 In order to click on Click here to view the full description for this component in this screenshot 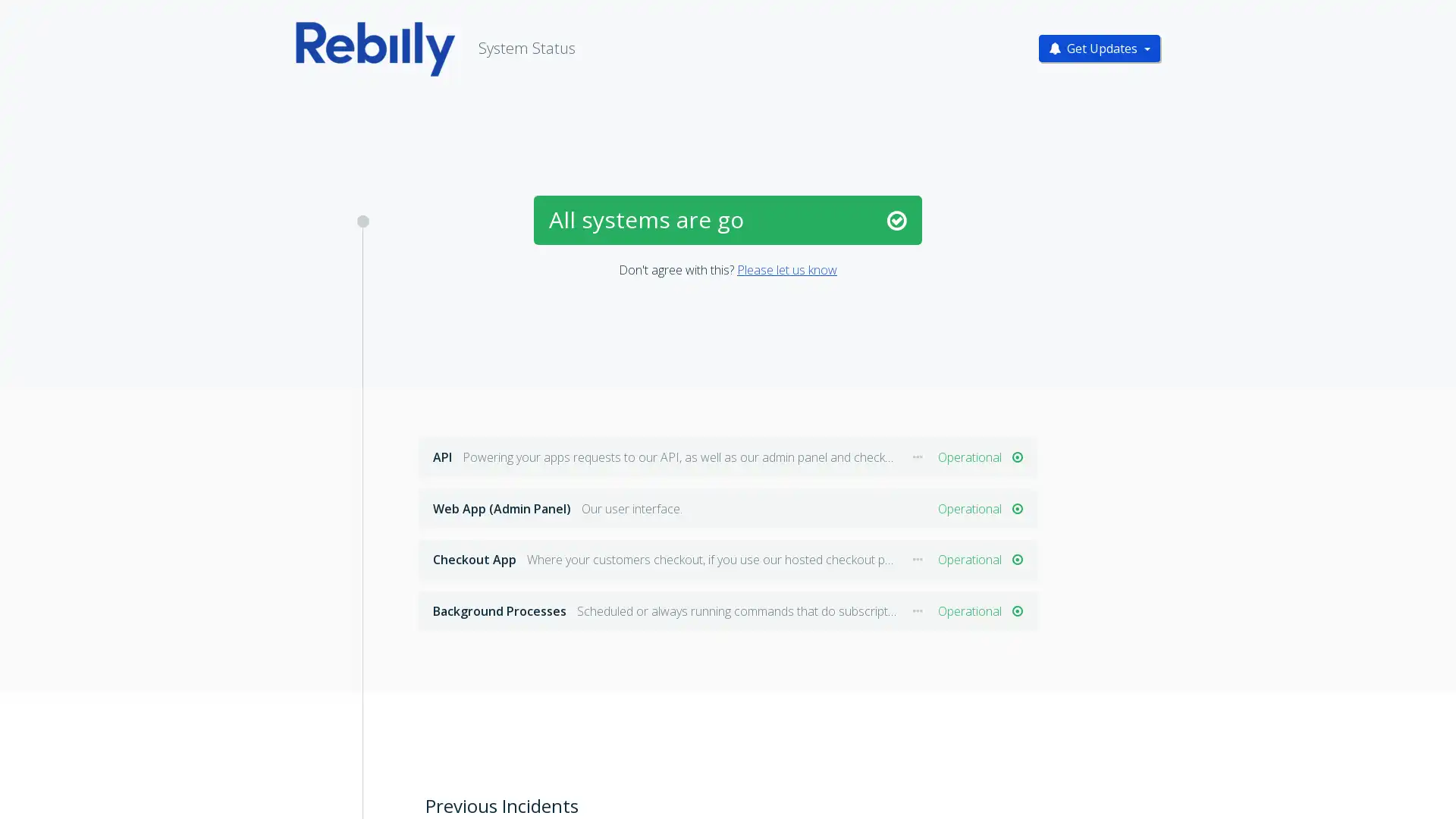, I will do `click(917, 610)`.